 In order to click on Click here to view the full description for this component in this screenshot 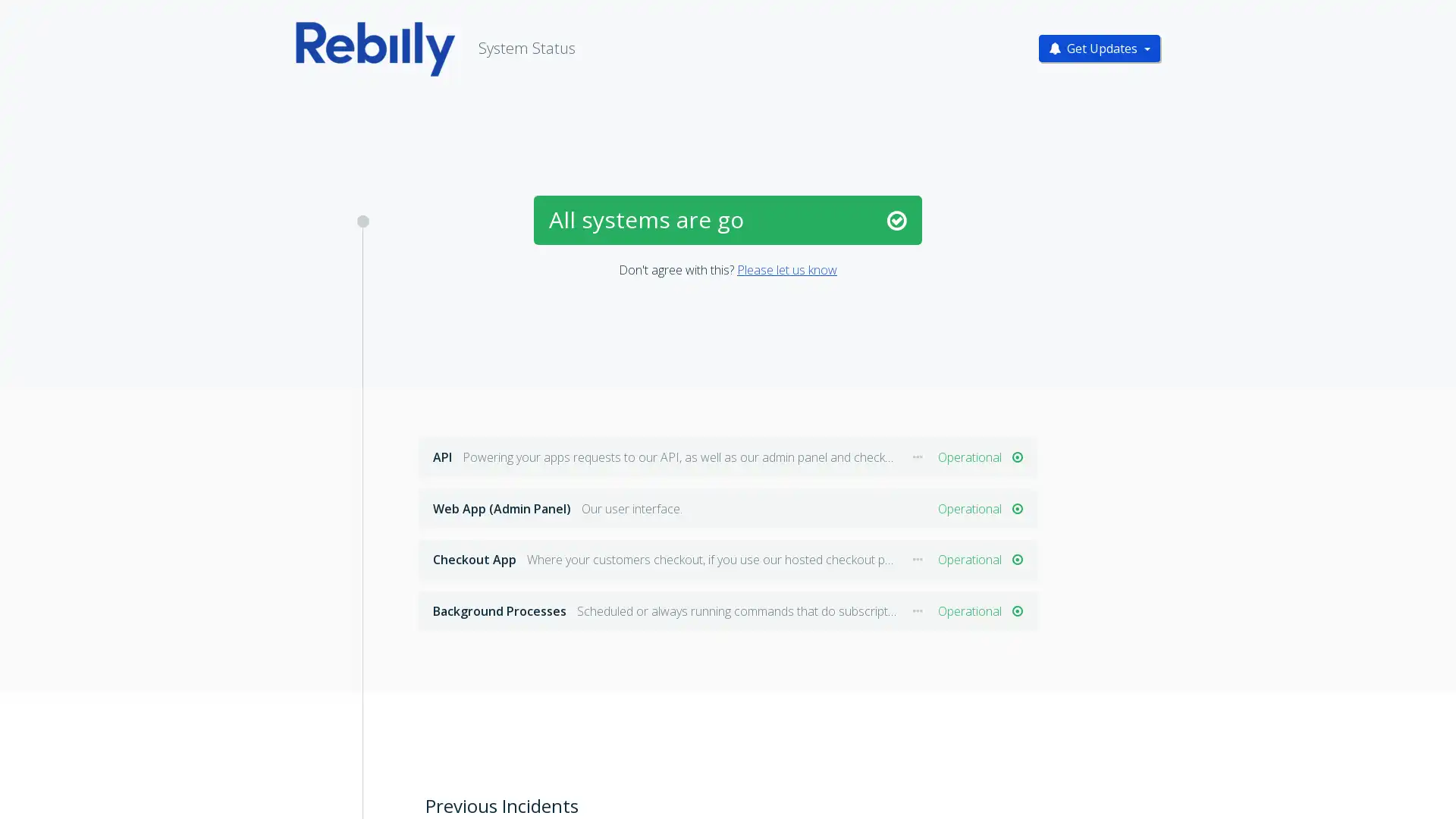, I will do `click(917, 610)`.